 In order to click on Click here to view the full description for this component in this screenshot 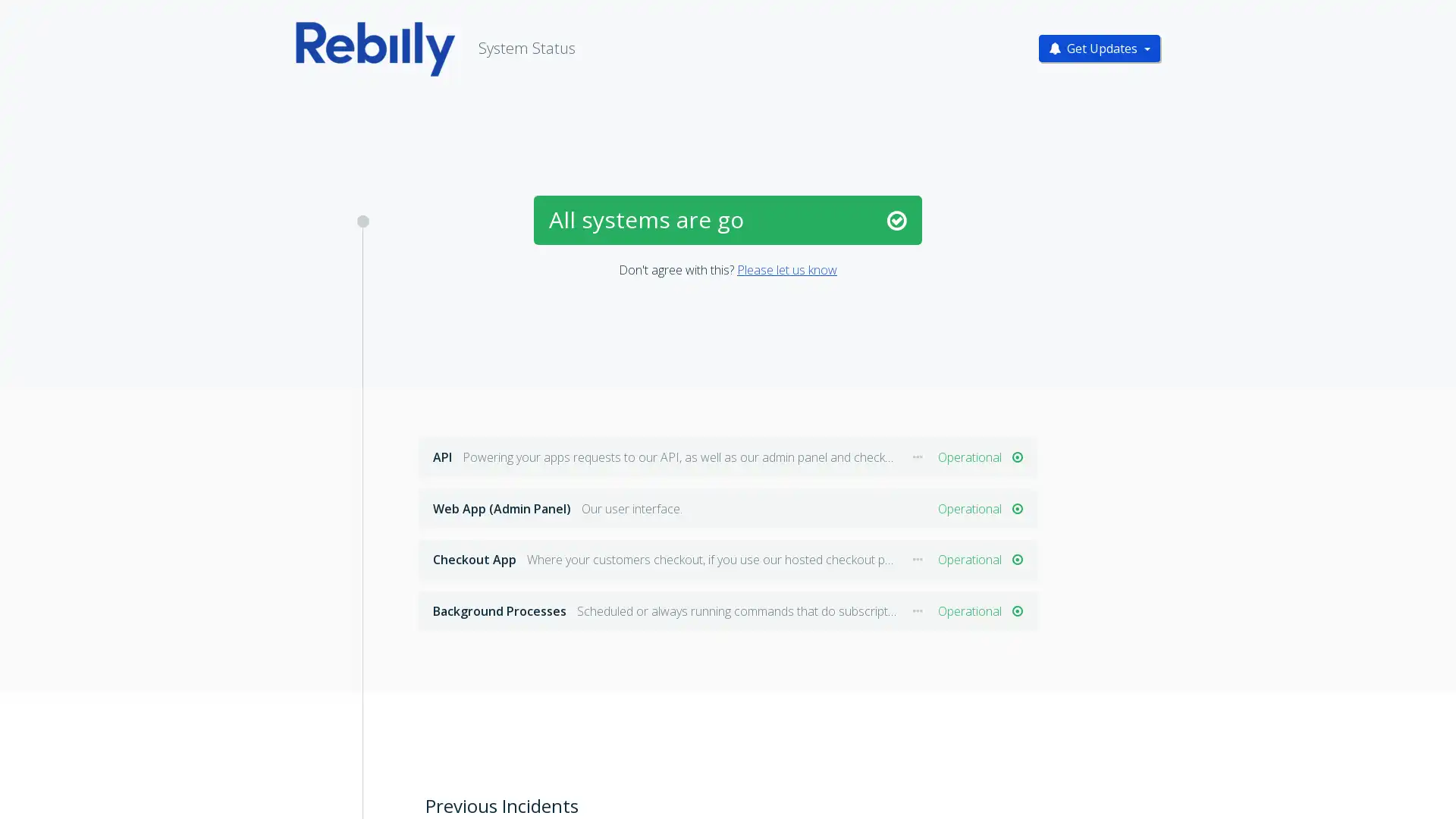, I will do `click(917, 610)`.